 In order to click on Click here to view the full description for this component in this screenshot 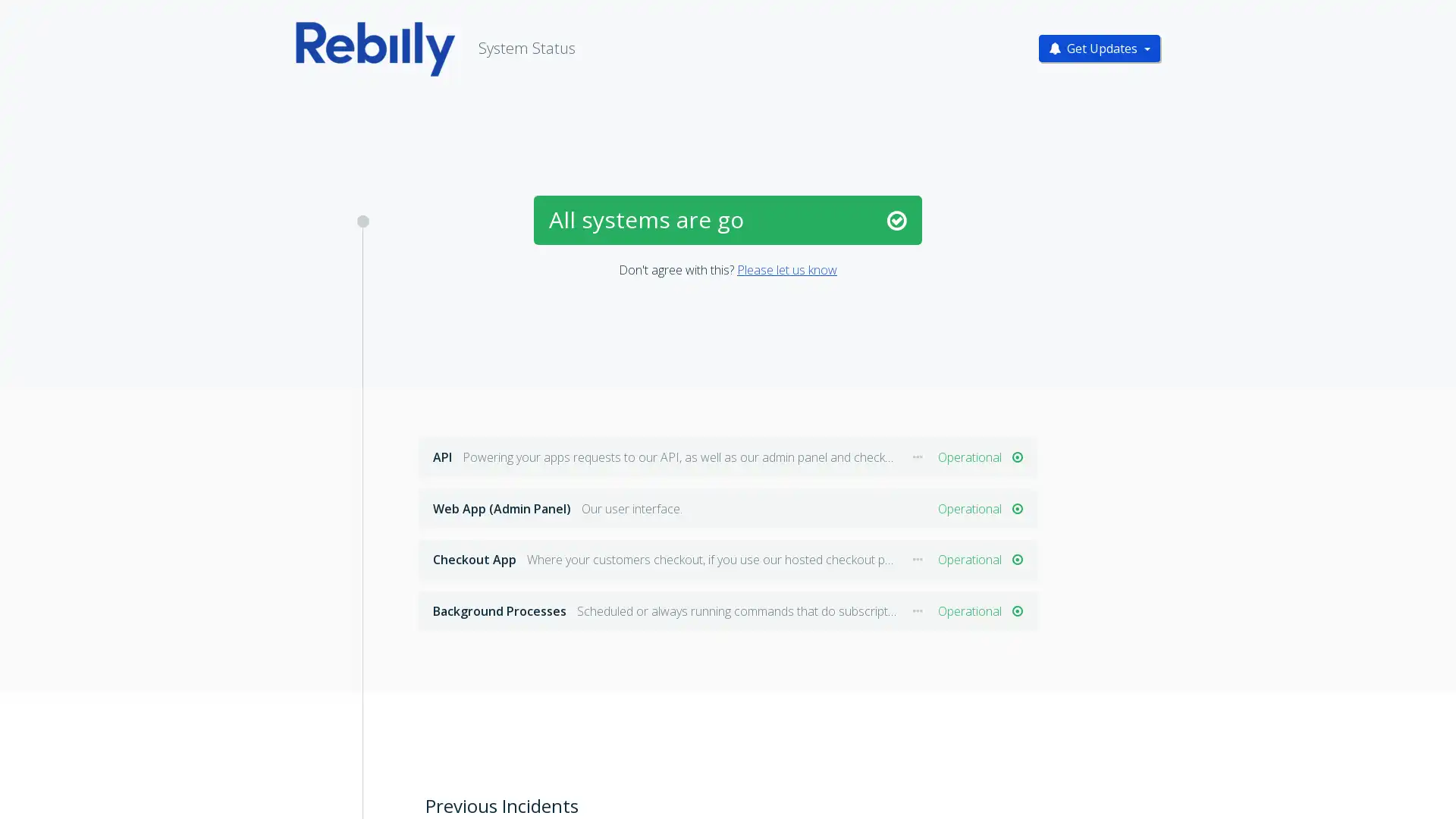, I will do `click(917, 610)`.